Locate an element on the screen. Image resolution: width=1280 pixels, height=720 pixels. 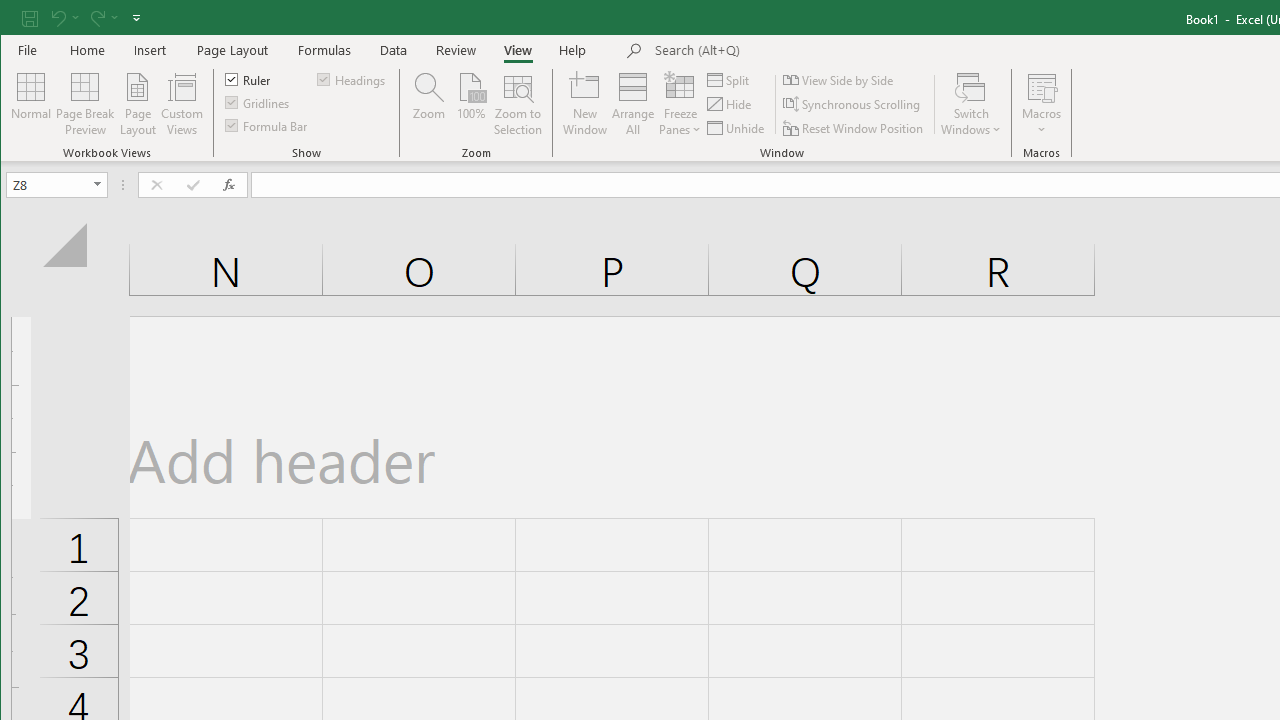
'View Macros' is located at coordinates (1040, 85).